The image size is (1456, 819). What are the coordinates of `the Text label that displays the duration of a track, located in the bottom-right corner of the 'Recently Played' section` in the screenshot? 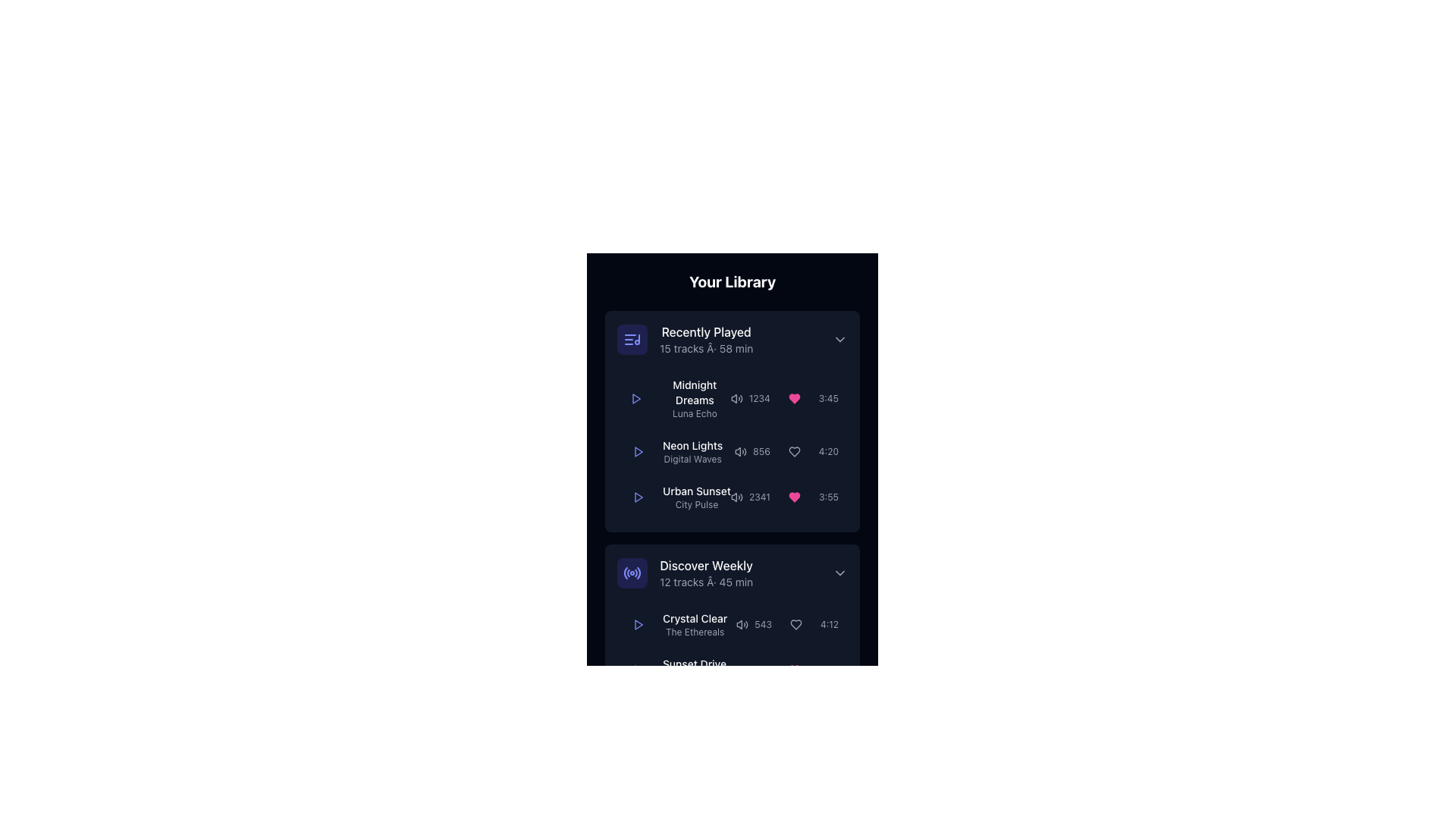 It's located at (827, 397).